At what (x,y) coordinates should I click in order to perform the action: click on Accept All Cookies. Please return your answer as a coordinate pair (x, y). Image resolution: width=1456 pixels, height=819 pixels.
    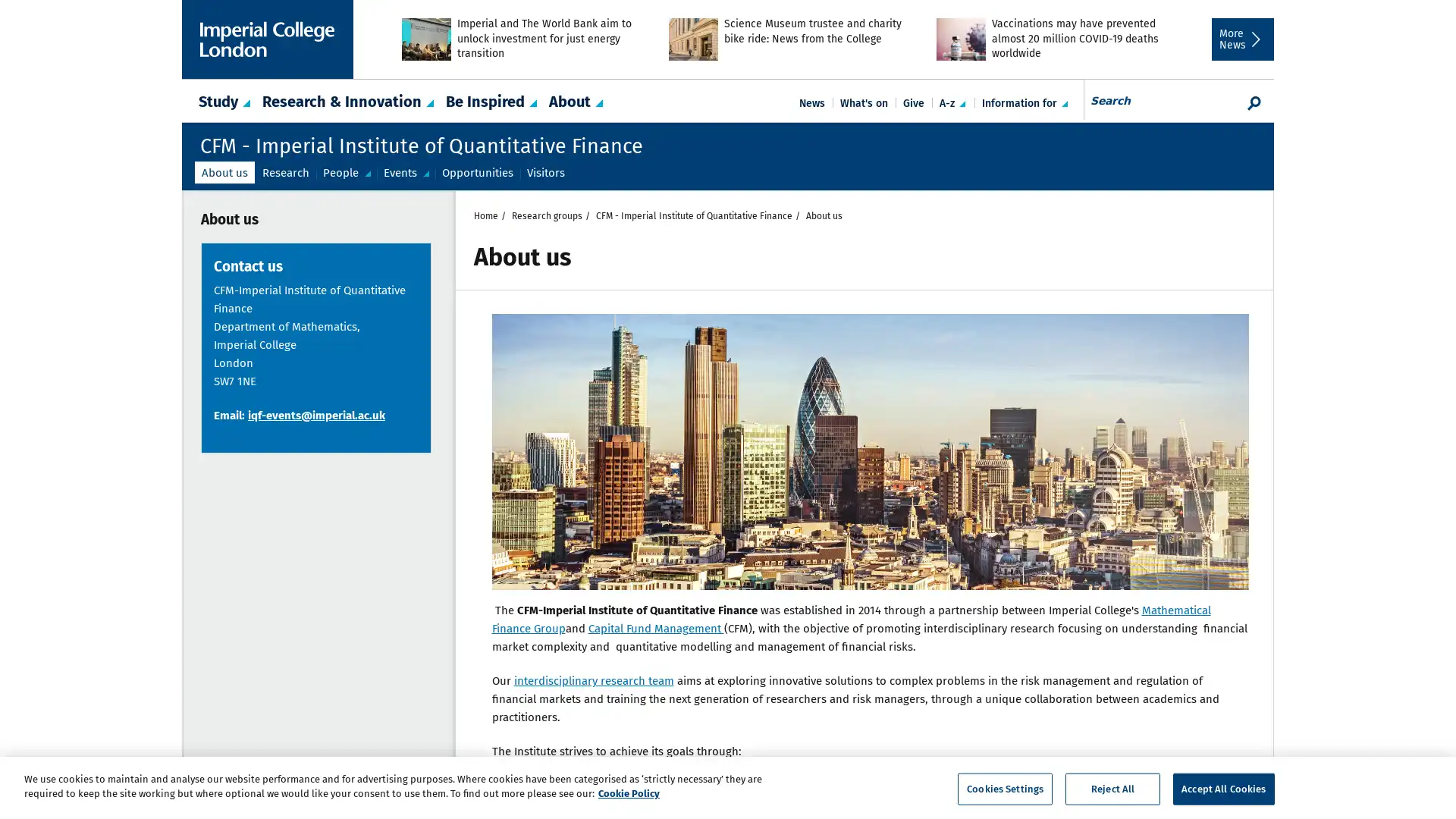
    Looking at the image, I should click on (1223, 788).